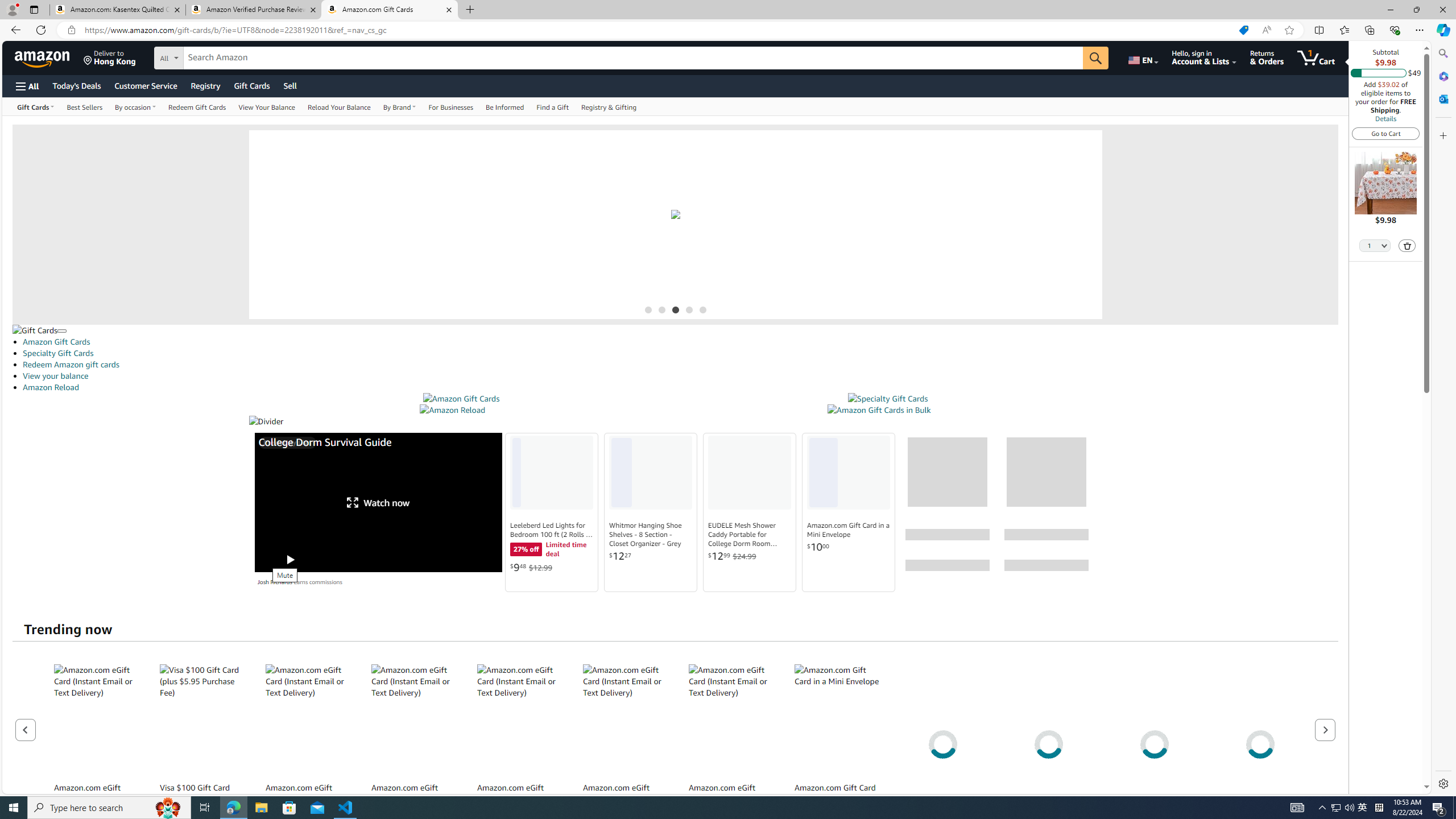 This screenshot has height=819, width=1456. I want to click on 'Skip to main content', so click(48, 56).